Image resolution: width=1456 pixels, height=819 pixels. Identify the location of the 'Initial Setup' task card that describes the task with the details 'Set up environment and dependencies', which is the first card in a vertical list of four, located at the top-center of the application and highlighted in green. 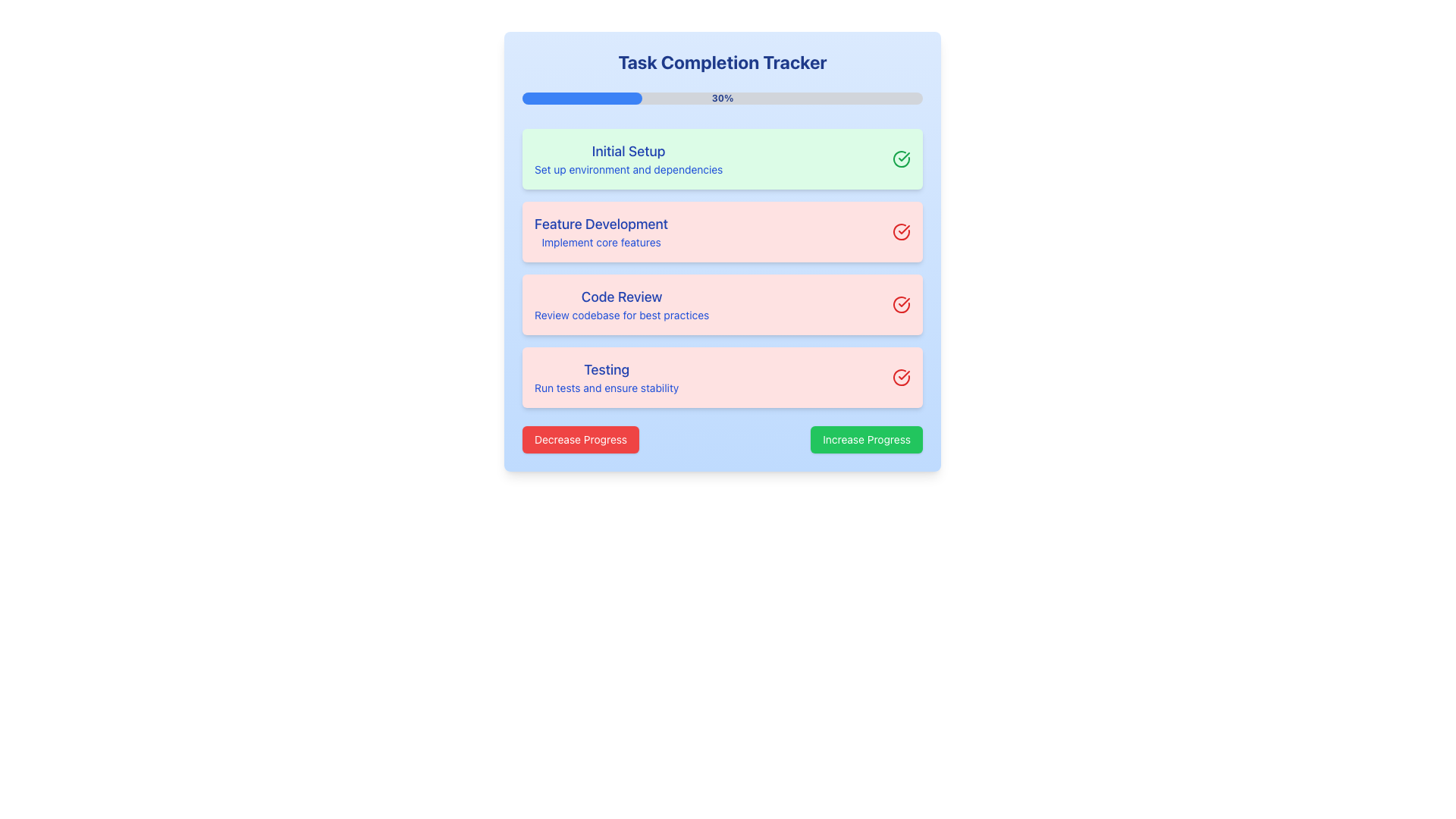
(629, 158).